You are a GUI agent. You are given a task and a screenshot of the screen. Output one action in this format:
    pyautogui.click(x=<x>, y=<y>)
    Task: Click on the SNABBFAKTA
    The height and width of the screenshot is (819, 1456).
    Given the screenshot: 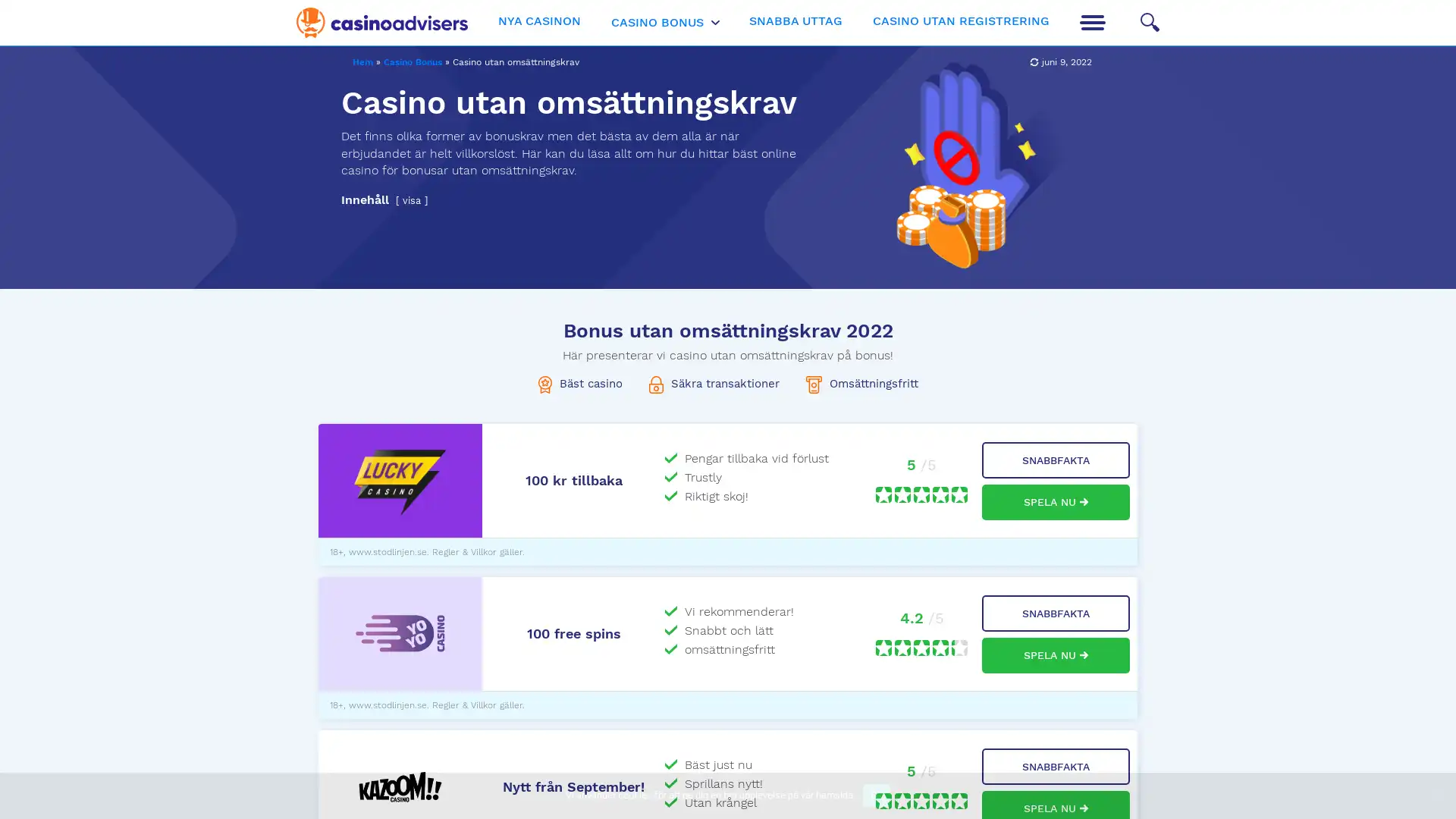 What is the action you would take?
    pyautogui.click(x=1054, y=766)
    